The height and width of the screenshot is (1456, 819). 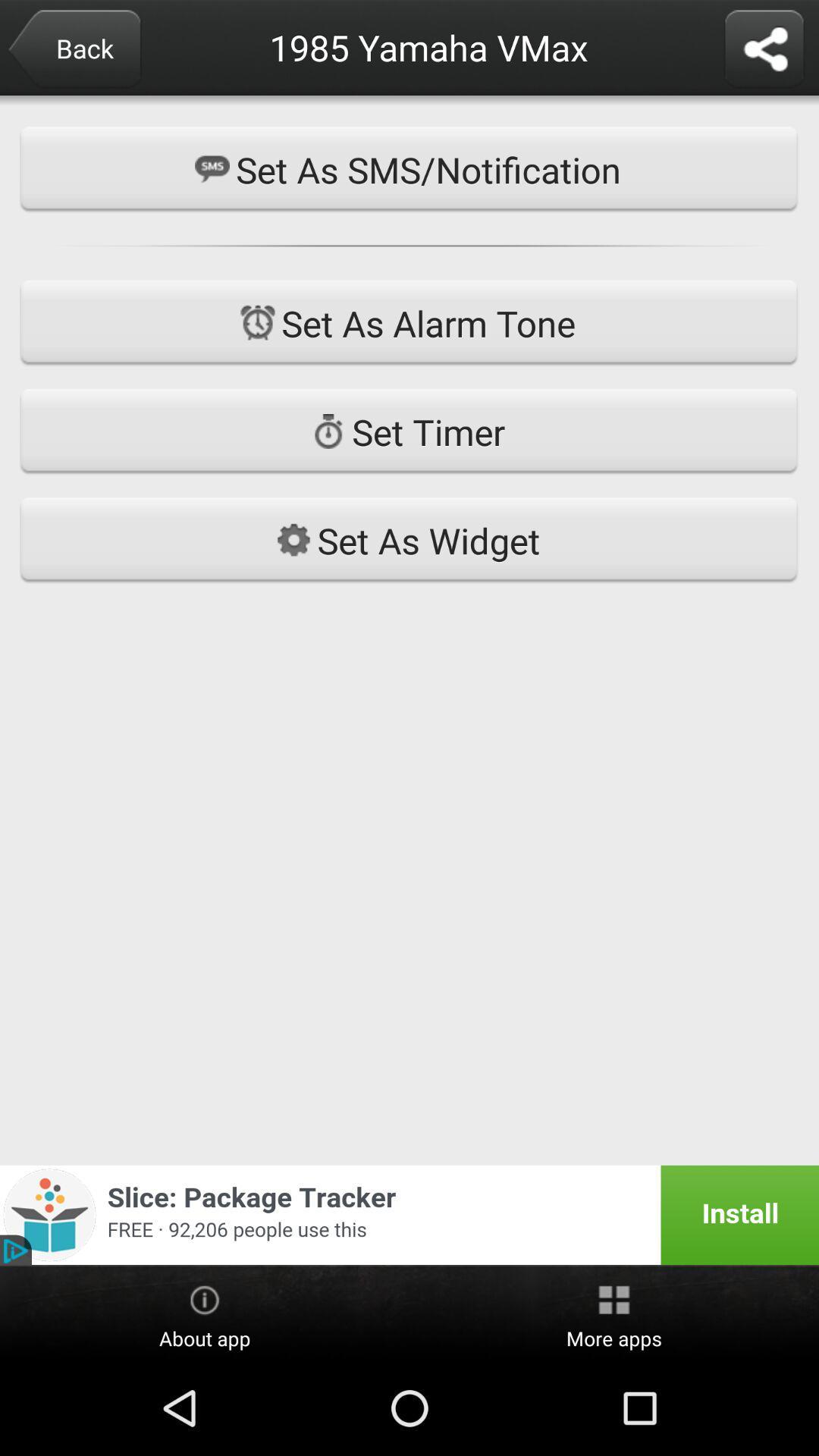 I want to click on icon next to 1985 yamaha vmax, so click(x=764, y=50).